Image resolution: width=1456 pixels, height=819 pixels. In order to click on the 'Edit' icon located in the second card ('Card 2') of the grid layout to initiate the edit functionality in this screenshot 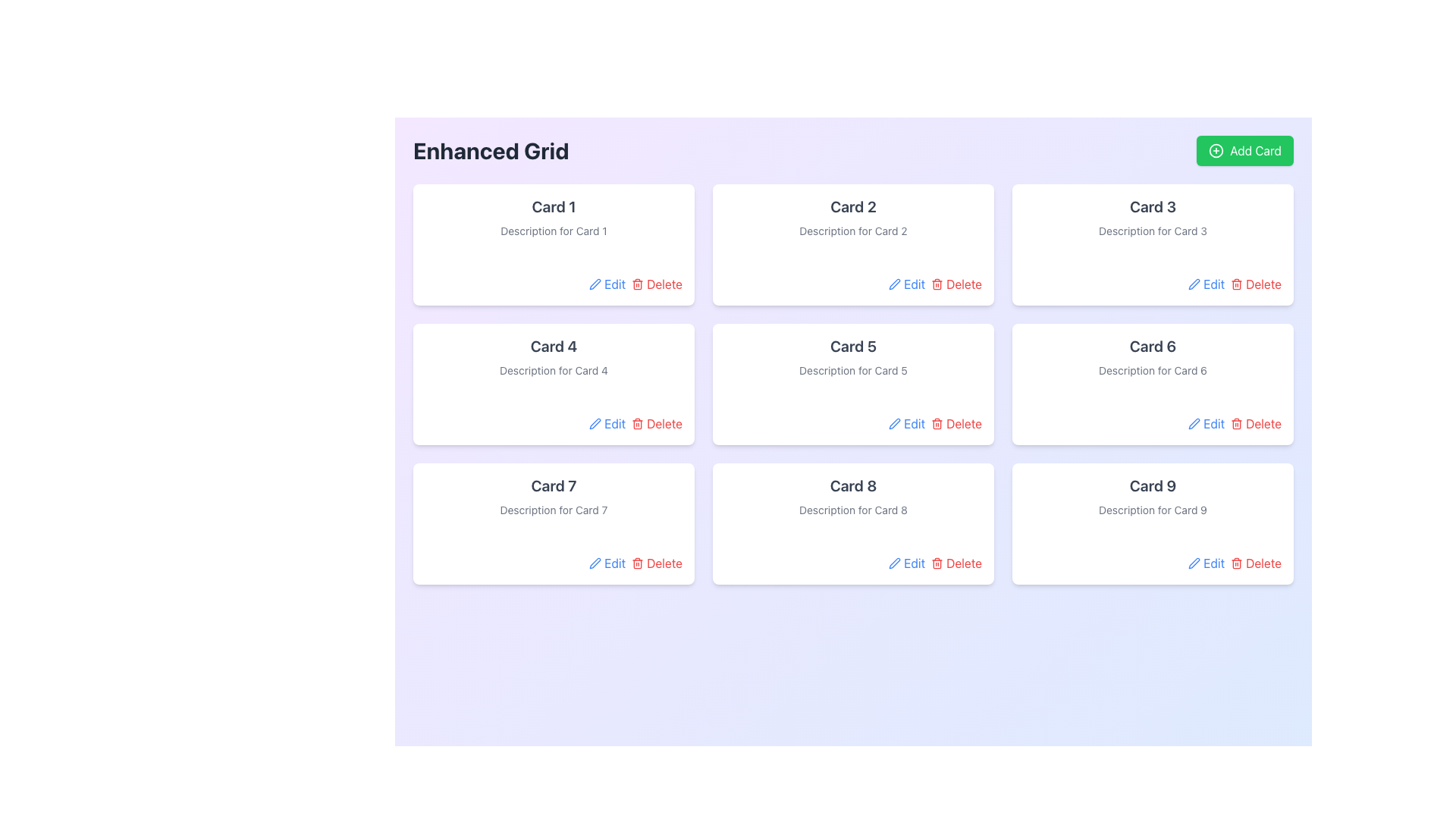, I will do `click(895, 284)`.